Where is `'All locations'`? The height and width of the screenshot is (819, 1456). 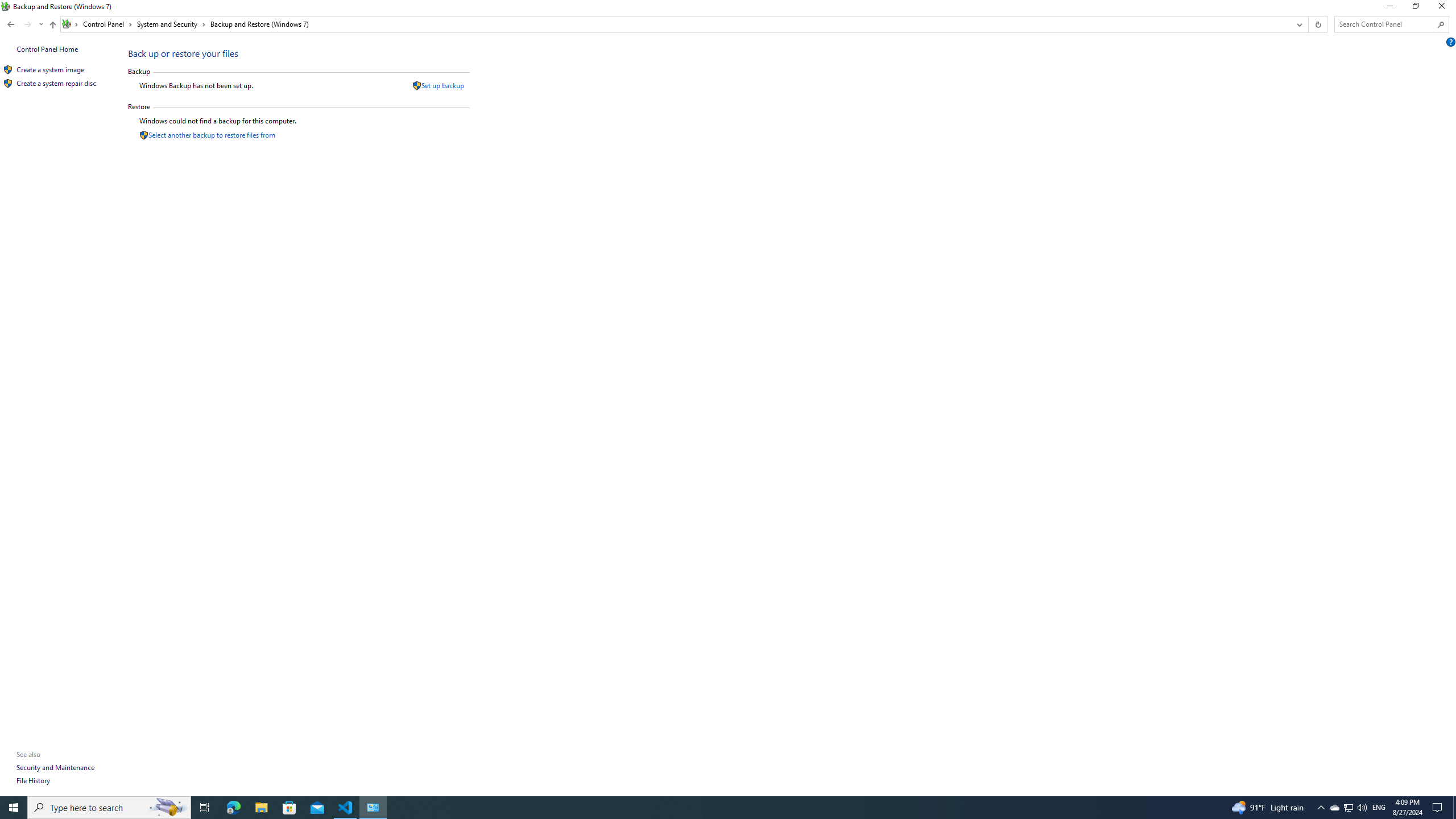 'All locations' is located at coordinates (70, 24).